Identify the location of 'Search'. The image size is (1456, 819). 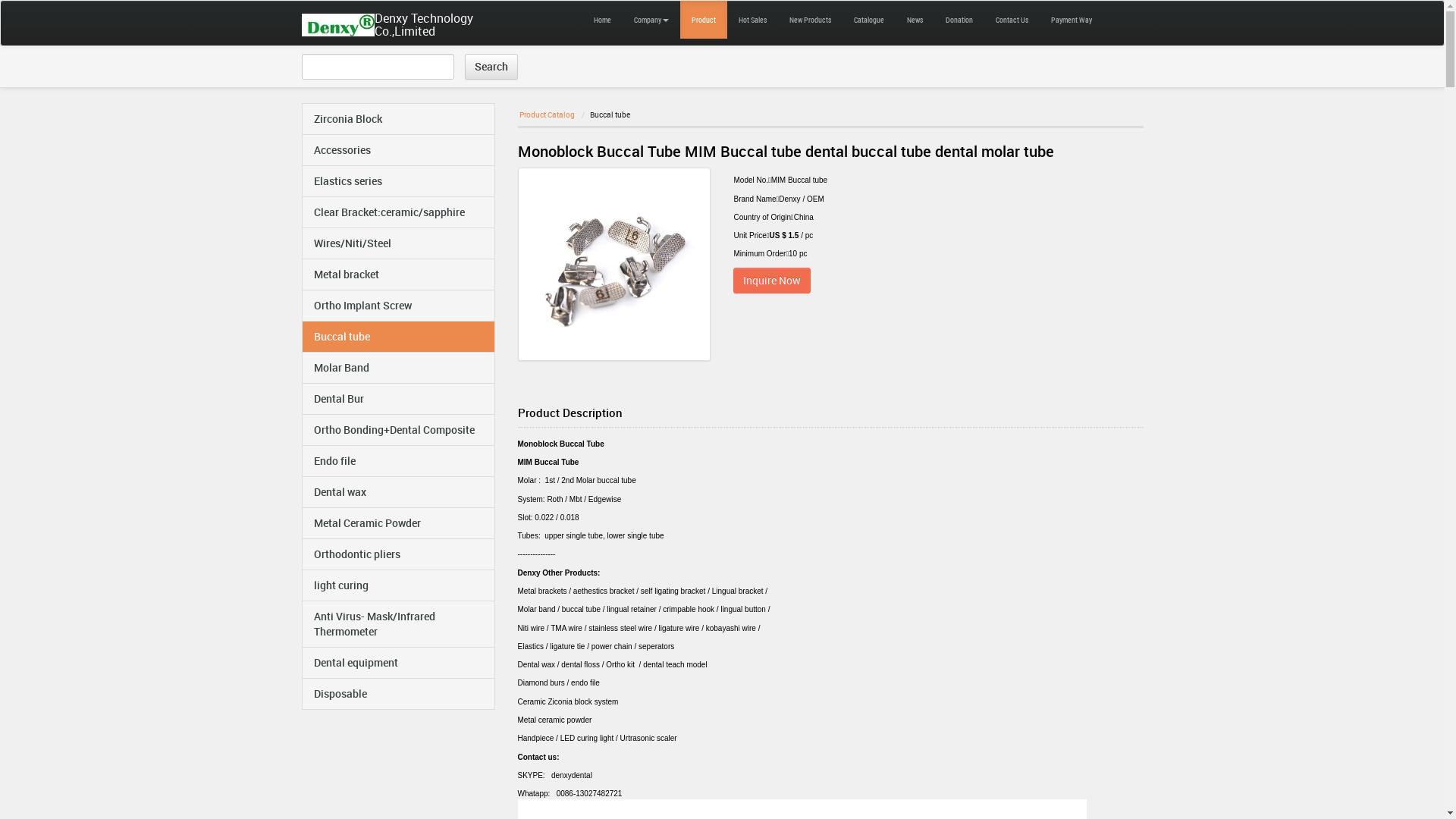
(491, 66).